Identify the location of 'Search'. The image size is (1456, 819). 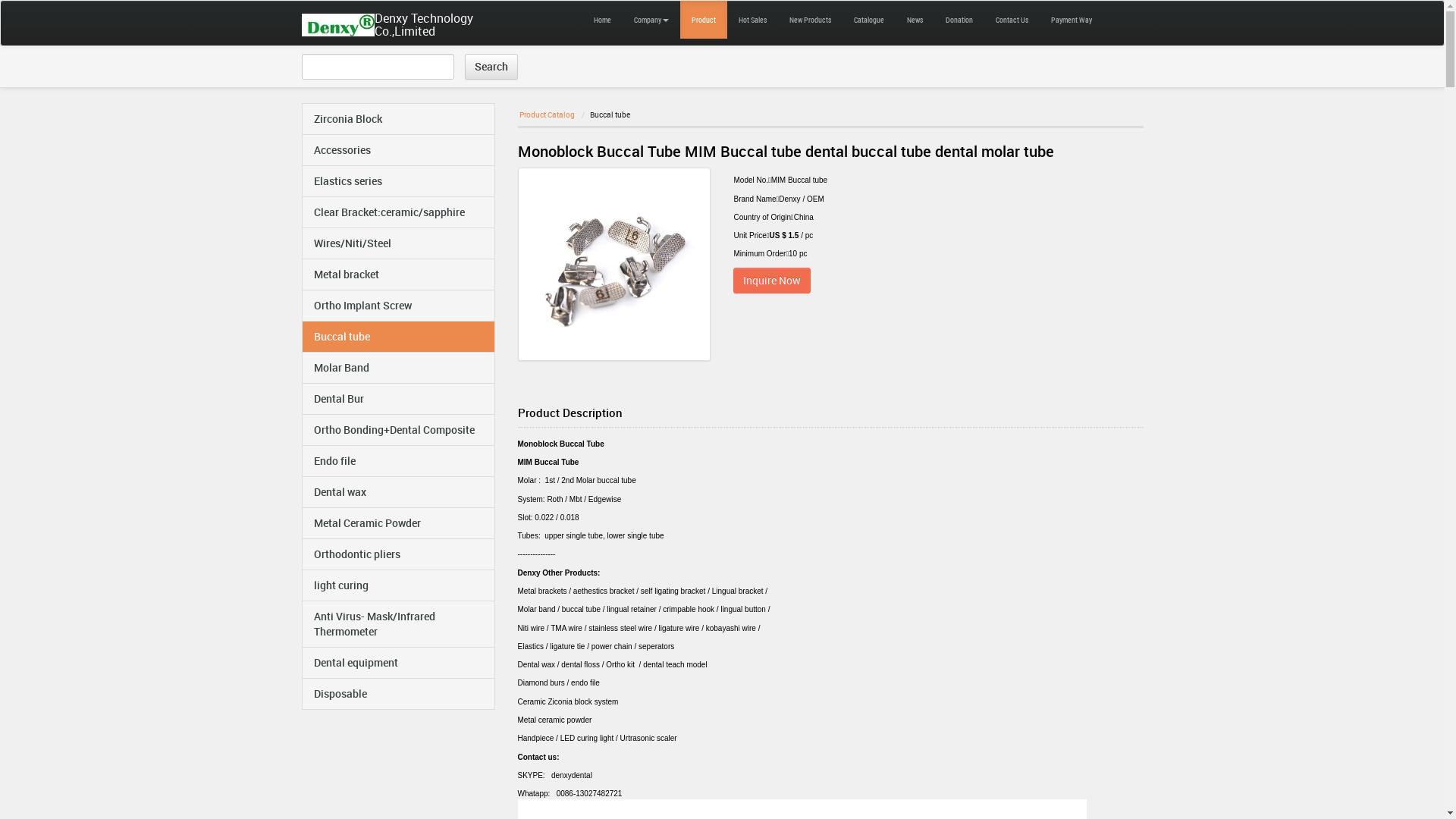
(491, 66).